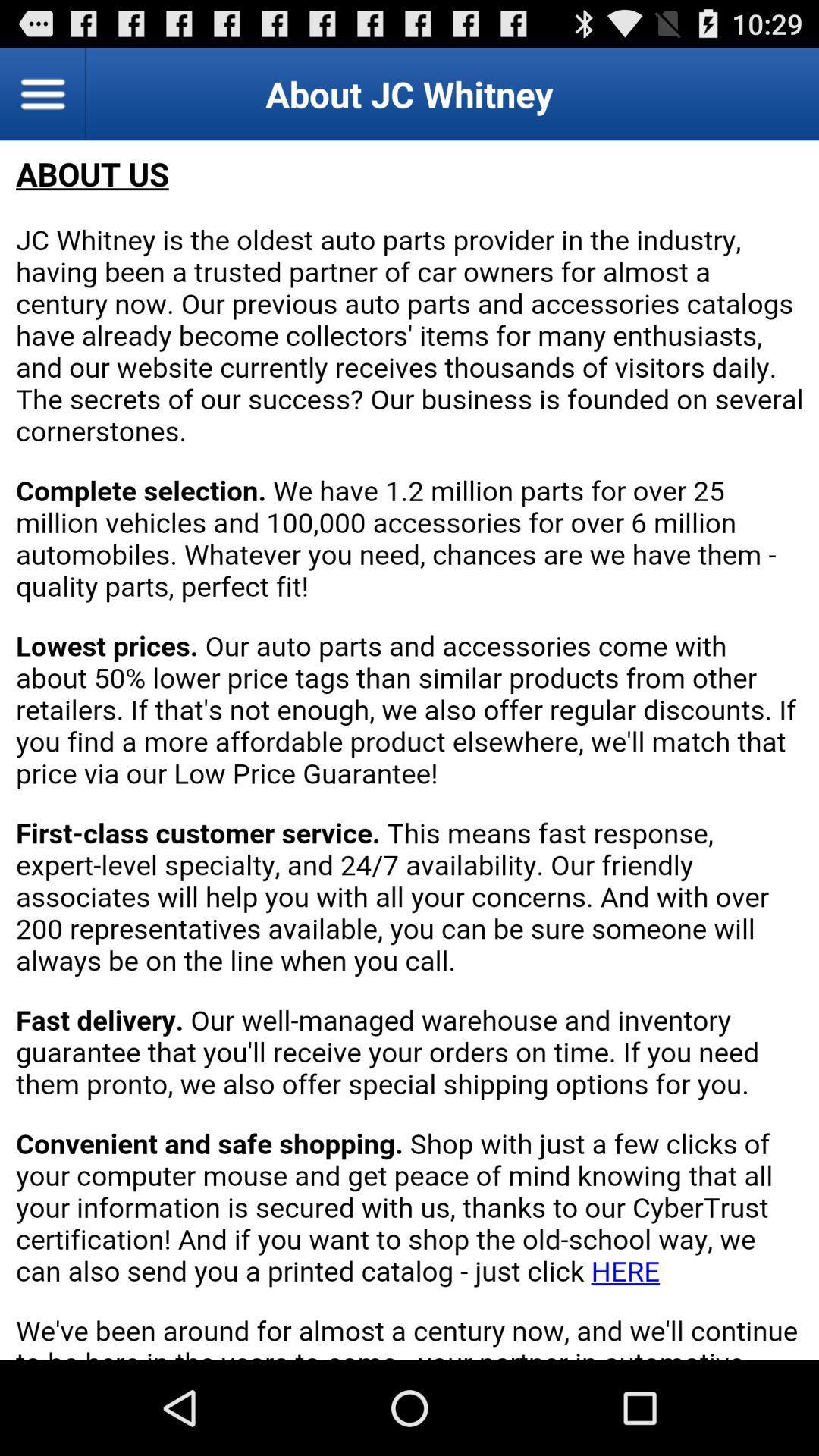 This screenshot has height=1456, width=819. Describe the element at coordinates (409, 750) in the screenshot. I see `about jc whitney` at that location.